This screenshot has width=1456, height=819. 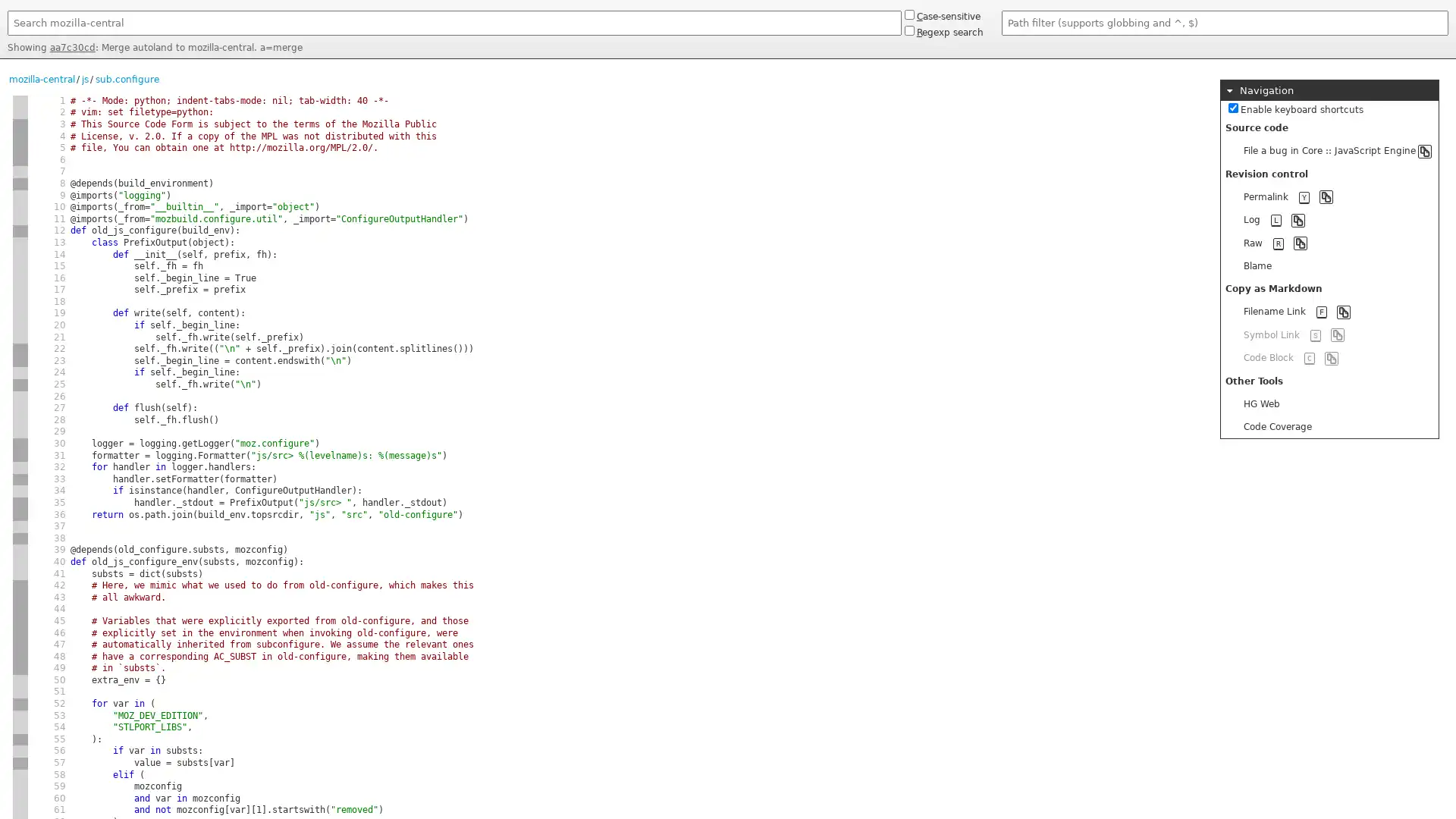 I want to click on same hash 2, so click(x=20, y=645).